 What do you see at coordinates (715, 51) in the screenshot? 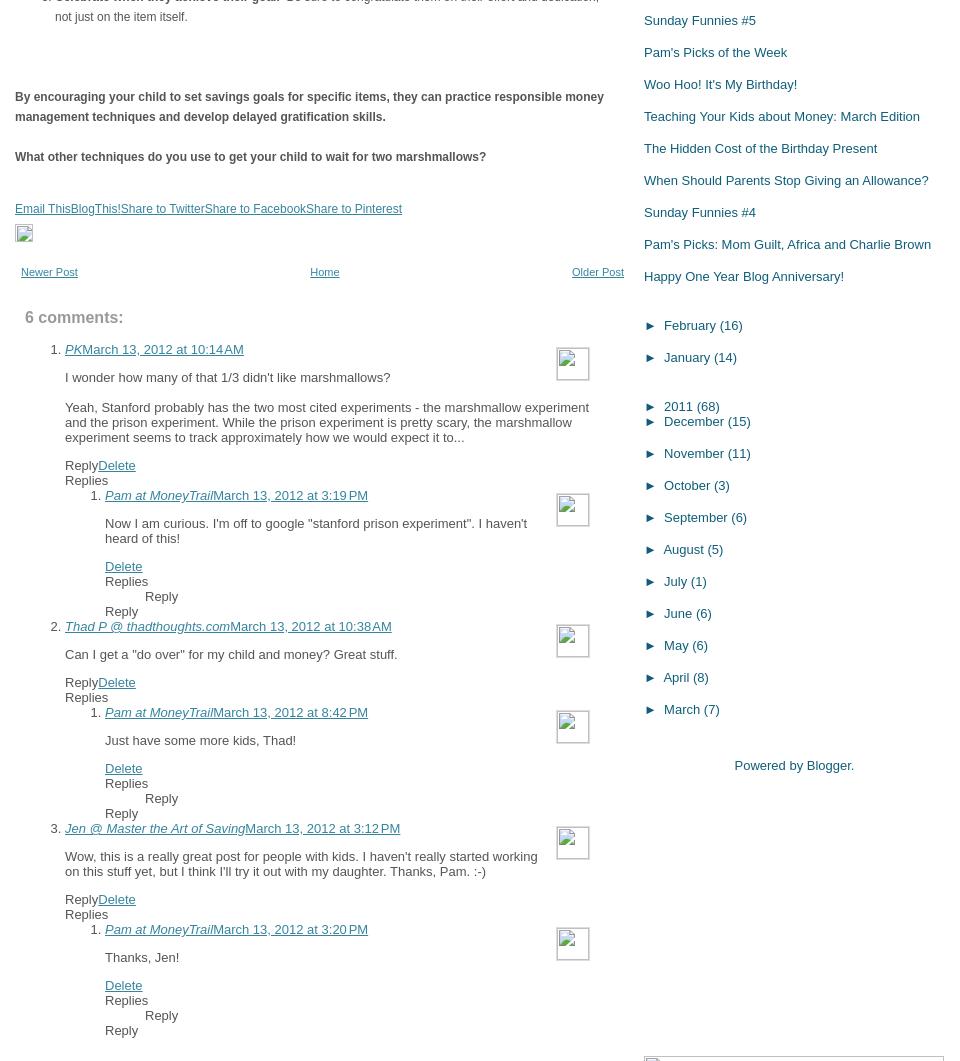
I see `'Pam's Picks of the Week'` at bounding box center [715, 51].